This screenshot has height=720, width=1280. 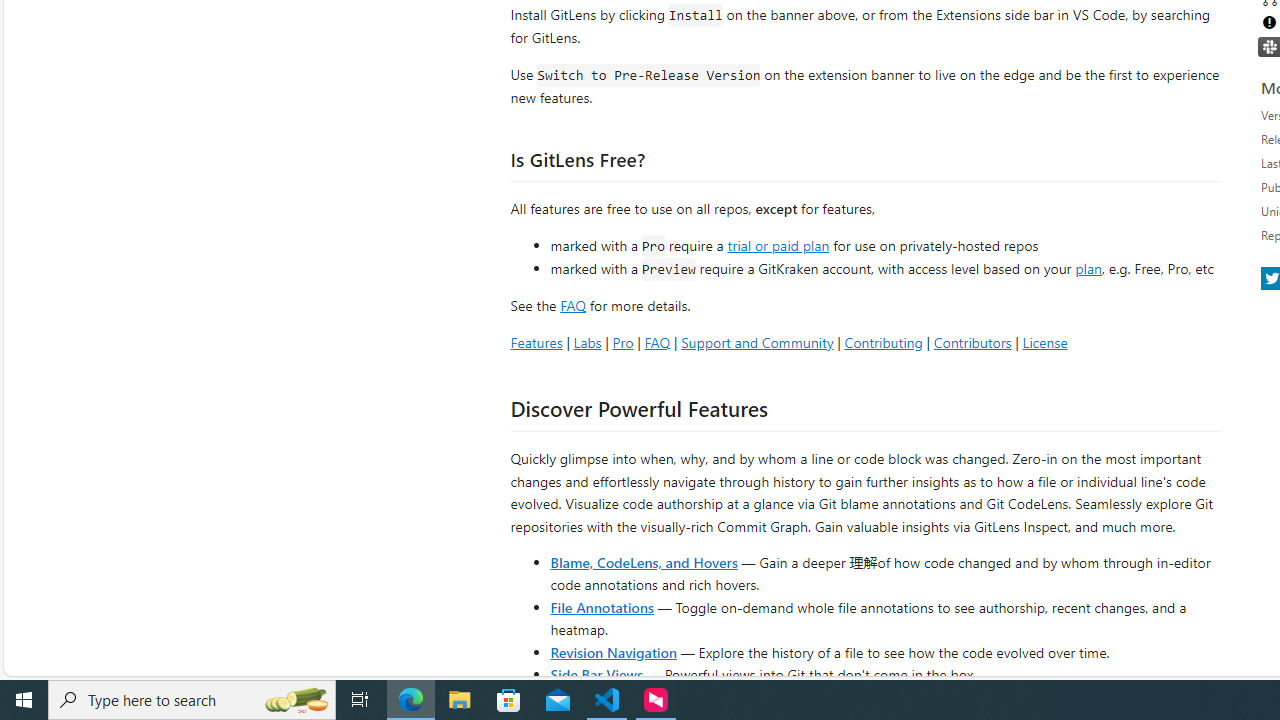 What do you see at coordinates (756, 341) in the screenshot?
I see `'Support and Community'` at bounding box center [756, 341].